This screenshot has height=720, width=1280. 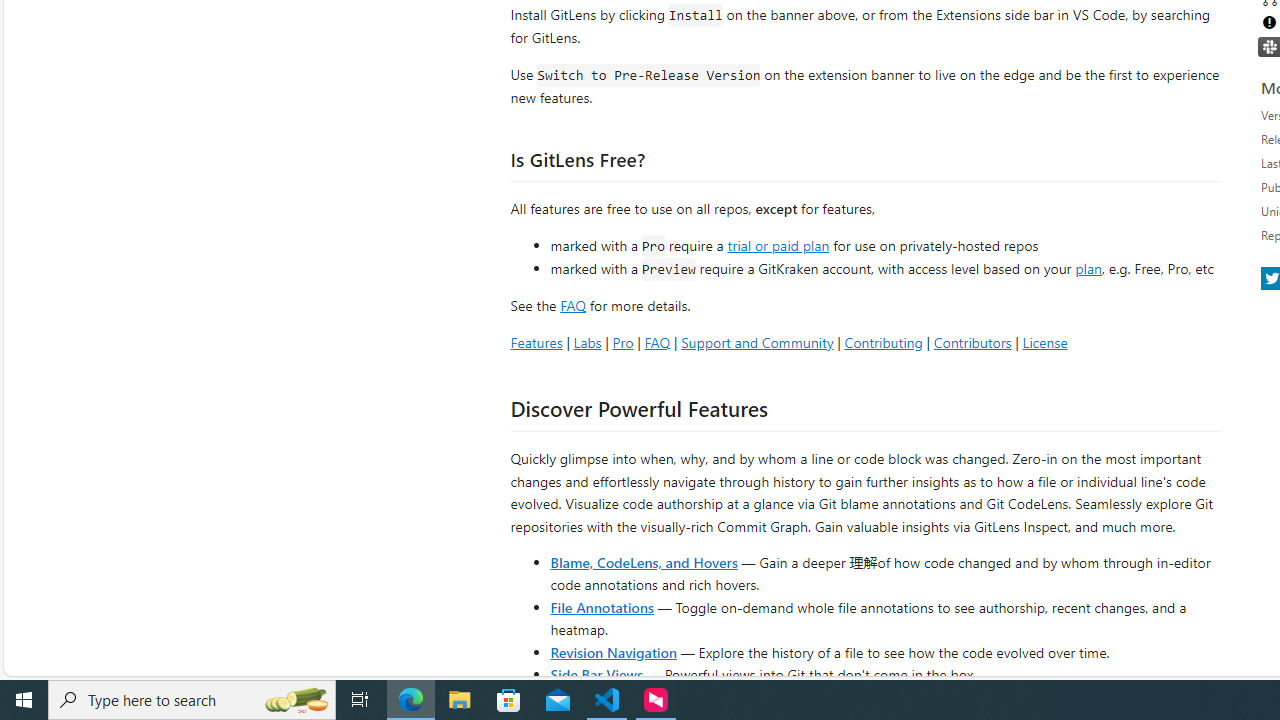 What do you see at coordinates (756, 341) in the screenshot?
I see `'Support and Community'` at bounding box center [756, 341].